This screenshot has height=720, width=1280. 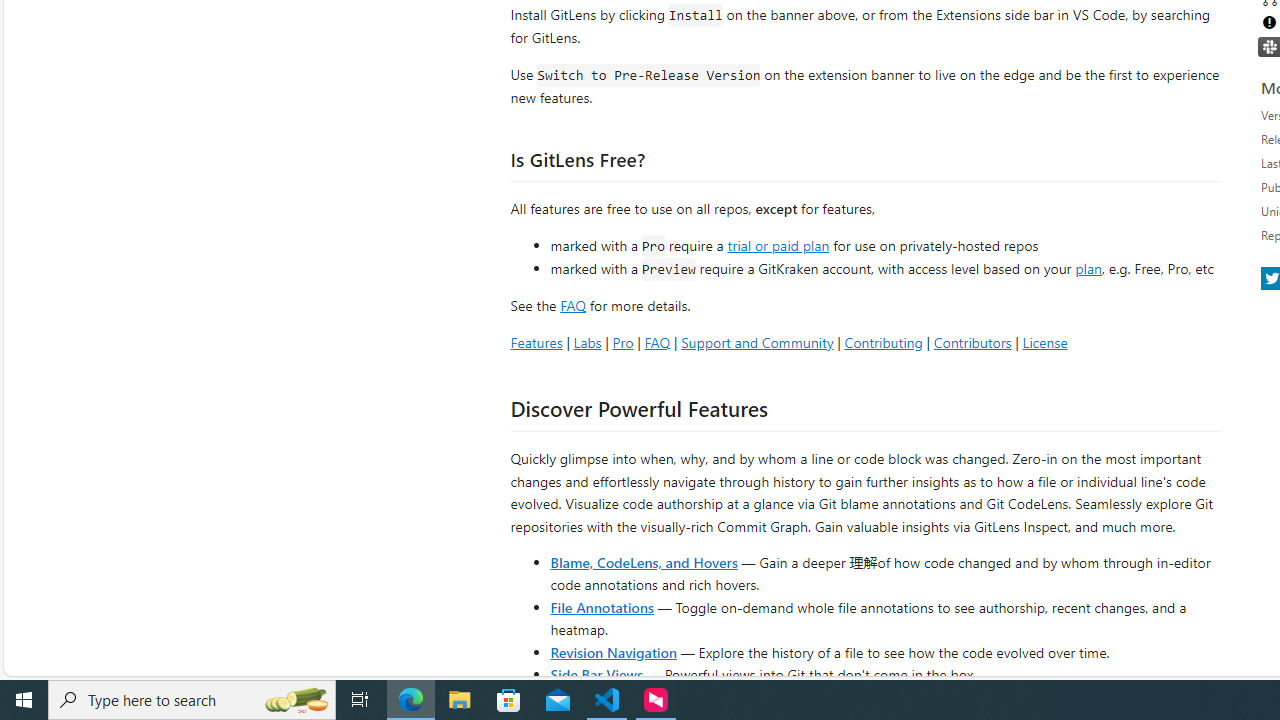 What do you see at coordinates (756, 341) in the screenshot?
I see `'Support and Community'` at bounding box center [756, 341].